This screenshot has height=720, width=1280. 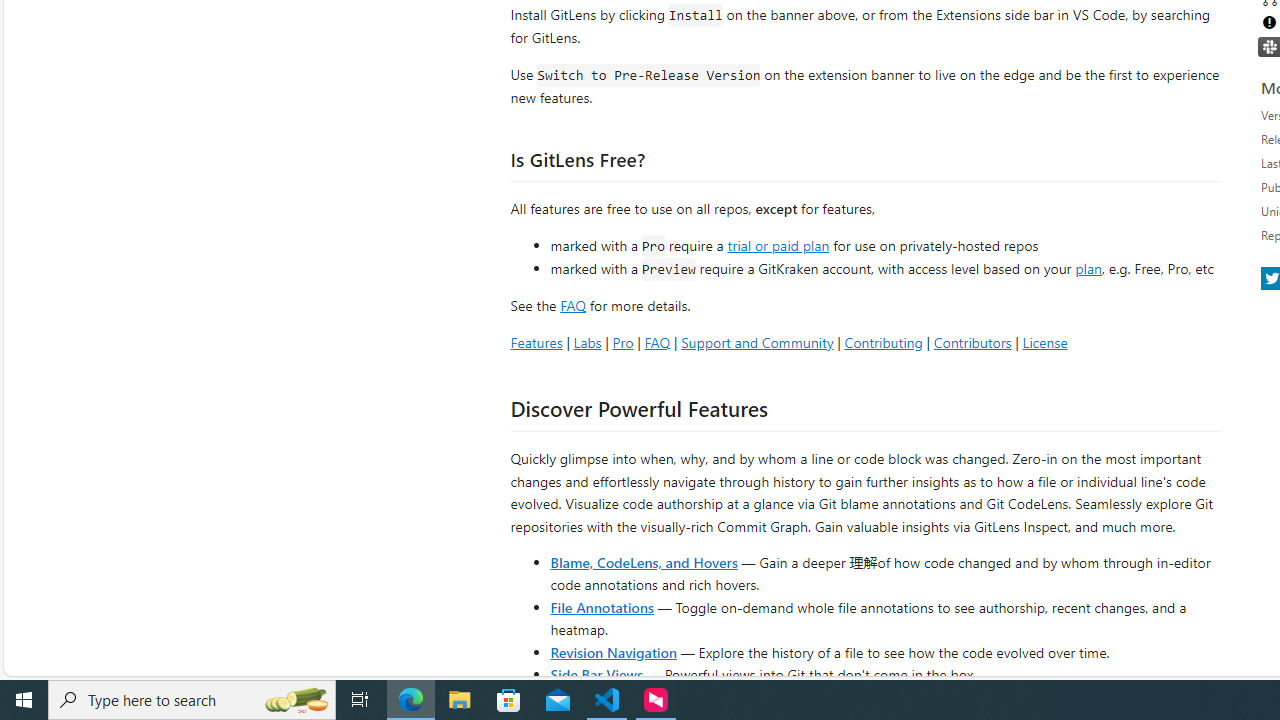 What do you see at coordinates (756, 341) in the screenshot?
I see `'Support and Community'` at bounding box center [756, 341].